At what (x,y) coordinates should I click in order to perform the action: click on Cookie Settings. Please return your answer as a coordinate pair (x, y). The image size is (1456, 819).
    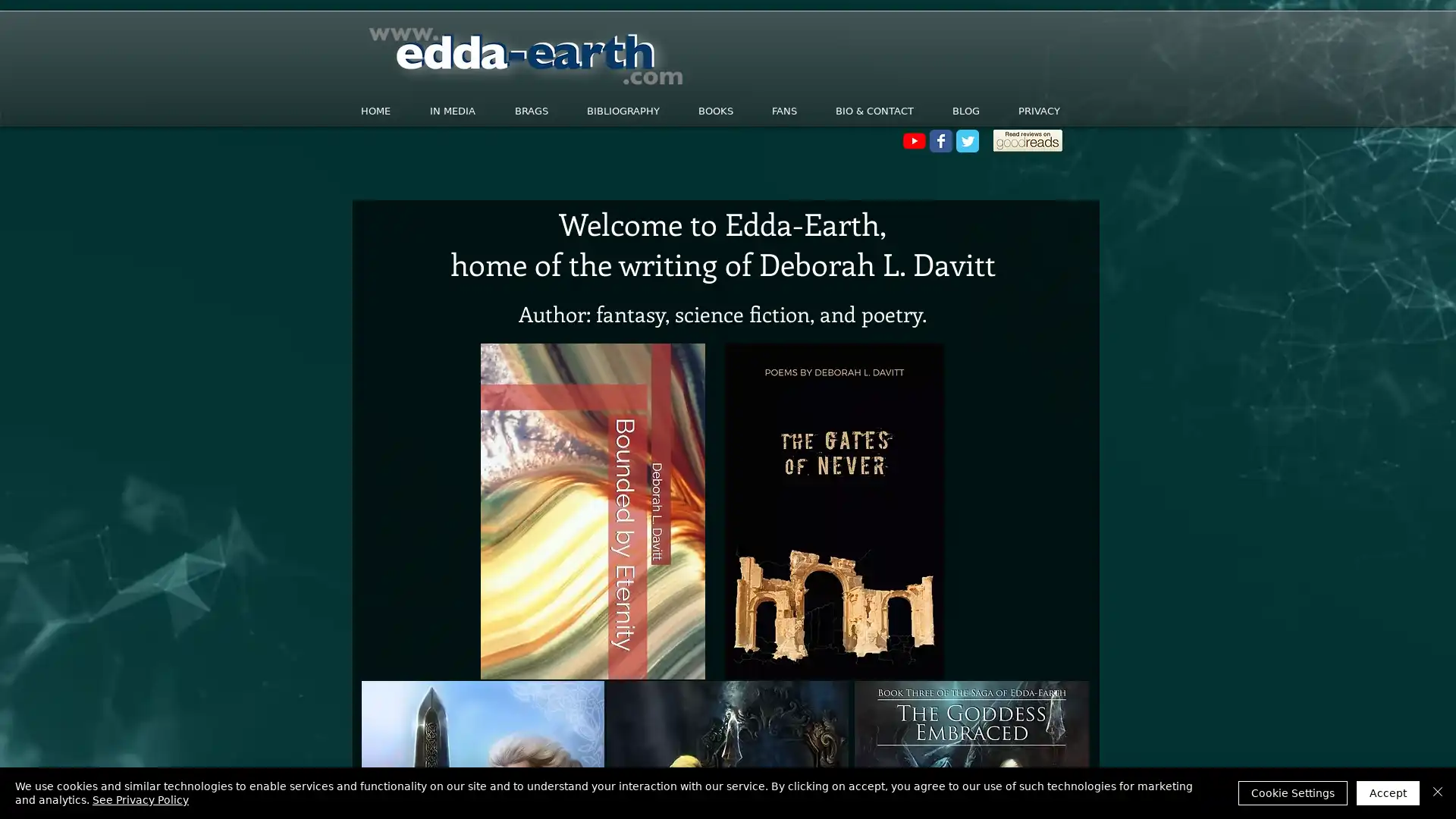
    Looking at the image, I should click on (1291, 792).